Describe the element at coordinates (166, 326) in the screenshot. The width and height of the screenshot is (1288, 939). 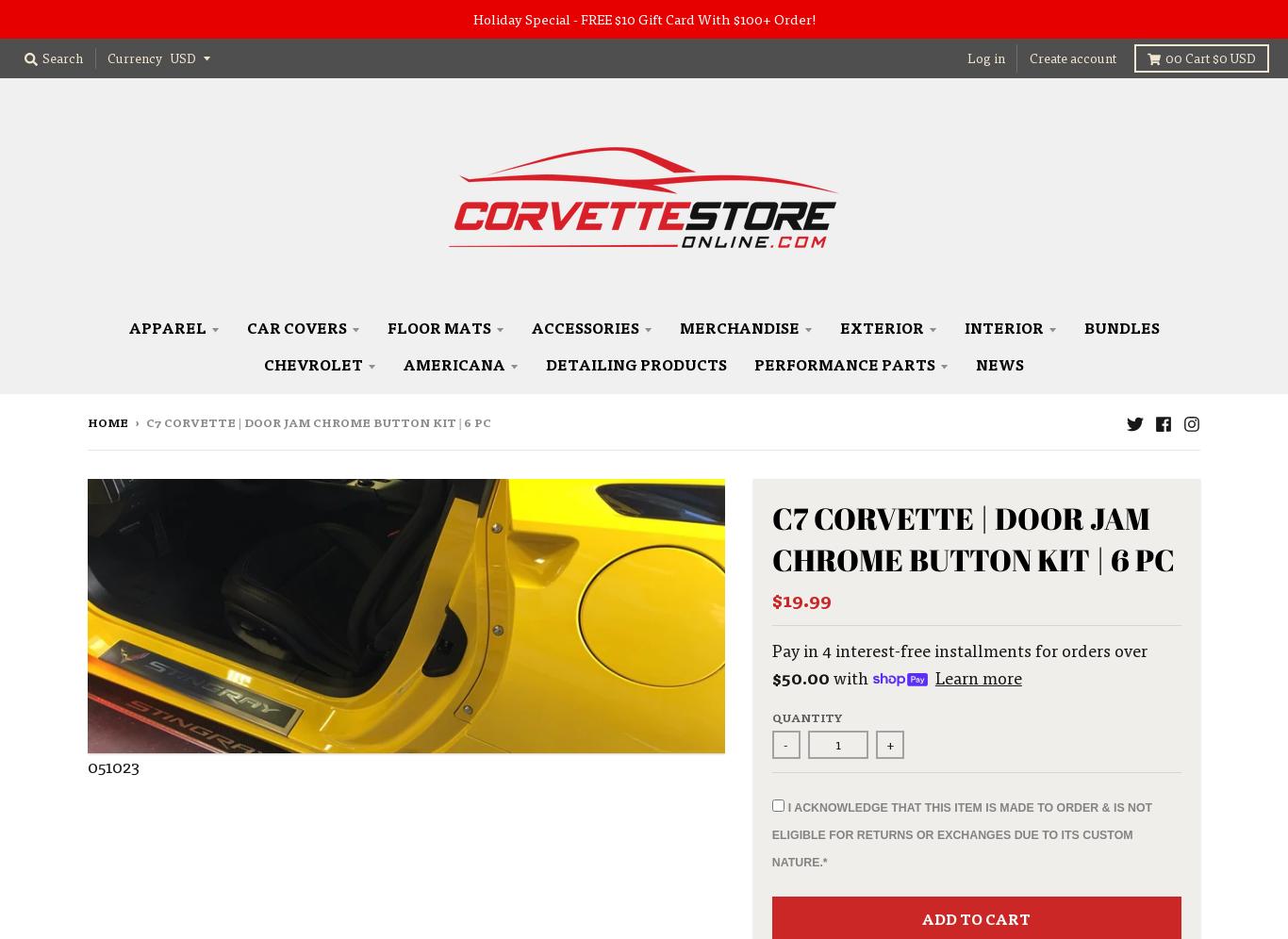
I see `'Apparel'` at that location.